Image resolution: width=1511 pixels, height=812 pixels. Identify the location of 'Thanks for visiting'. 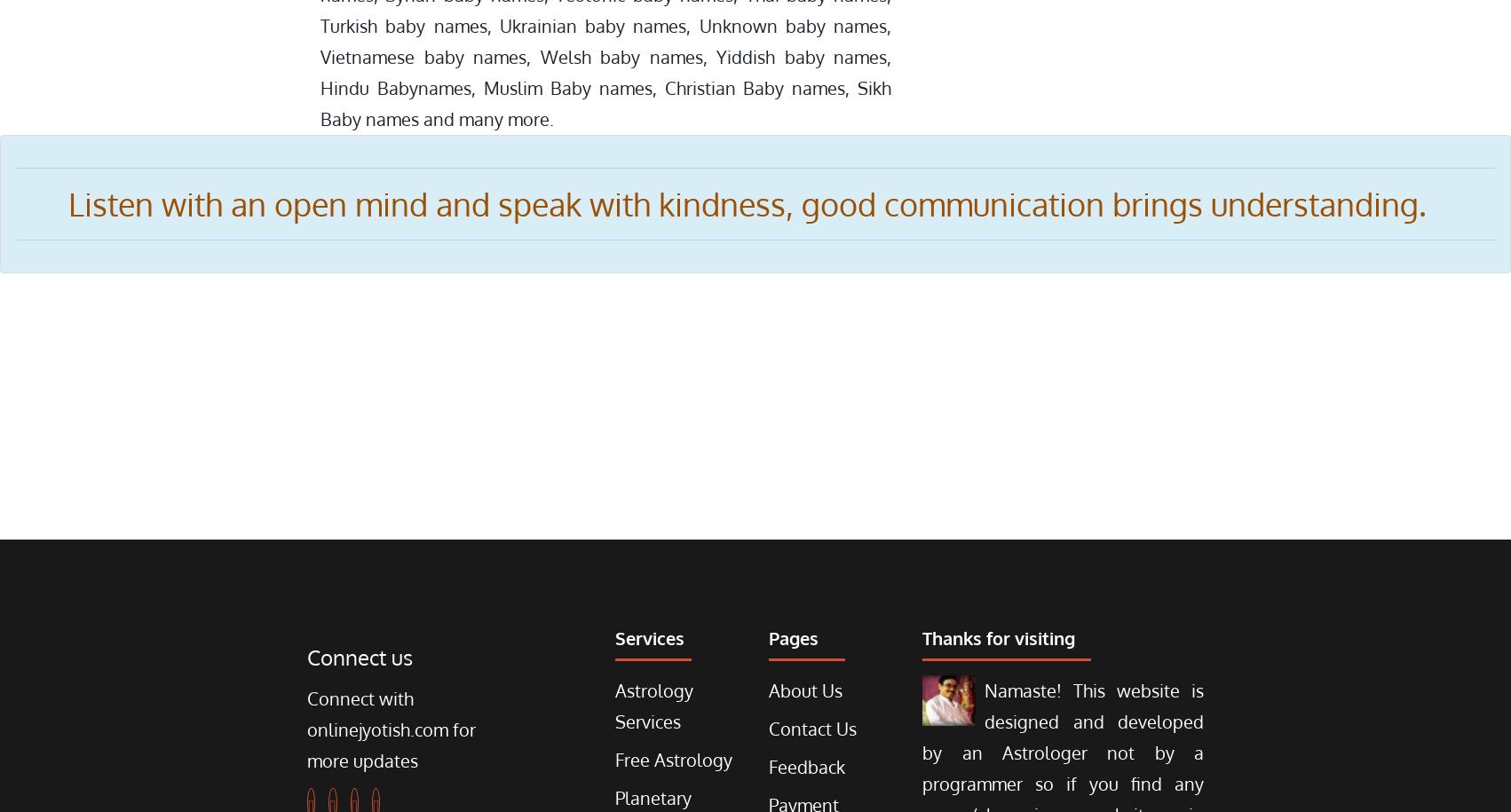
(998, 638).